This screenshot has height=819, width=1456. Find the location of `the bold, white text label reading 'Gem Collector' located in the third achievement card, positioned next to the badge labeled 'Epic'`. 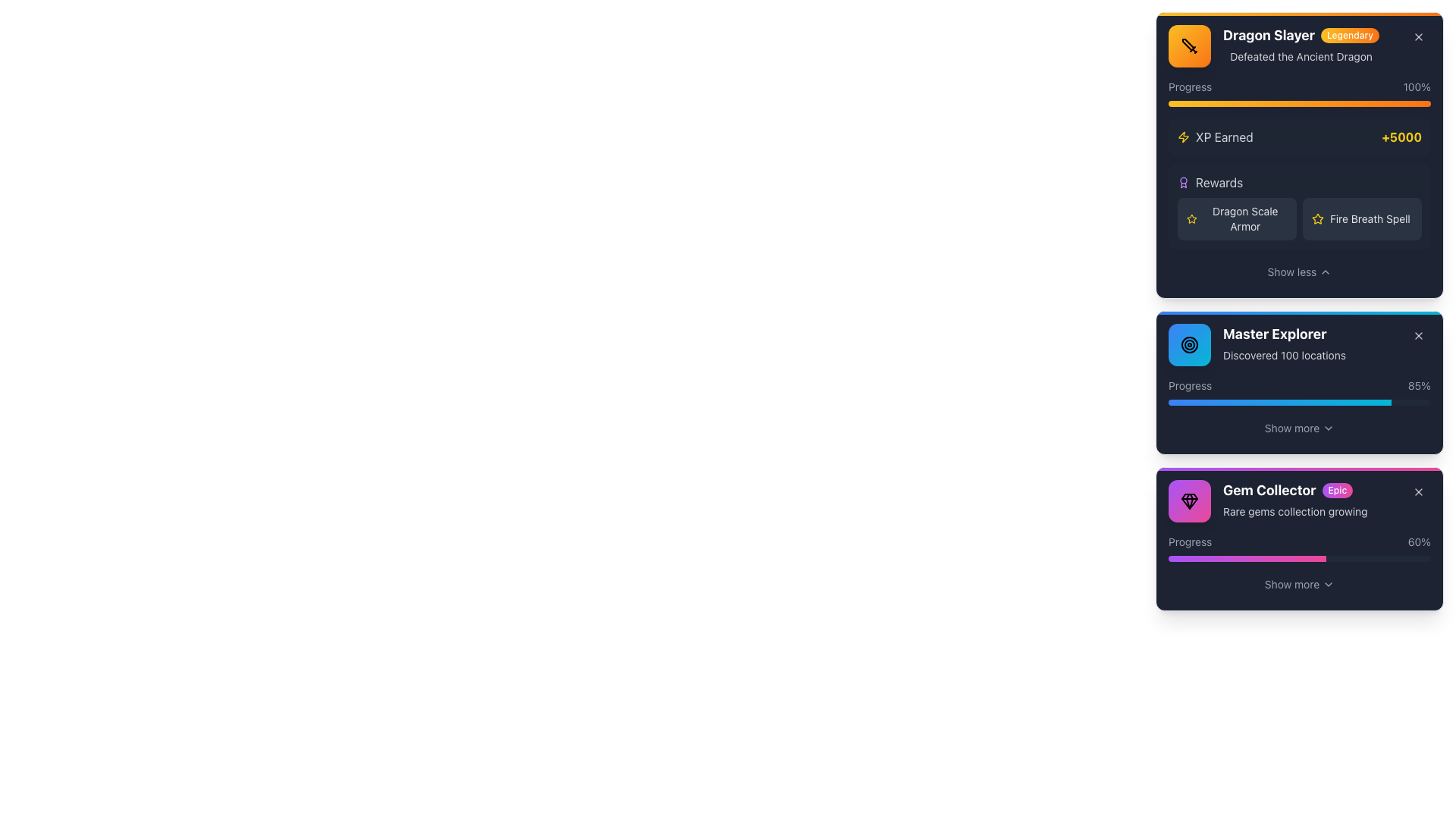

the bold, white text label reading 'Gem Collector' located in the third achievement card, positioned next to the badge labeled 'Epic' is located at coordinates (1269, 491).